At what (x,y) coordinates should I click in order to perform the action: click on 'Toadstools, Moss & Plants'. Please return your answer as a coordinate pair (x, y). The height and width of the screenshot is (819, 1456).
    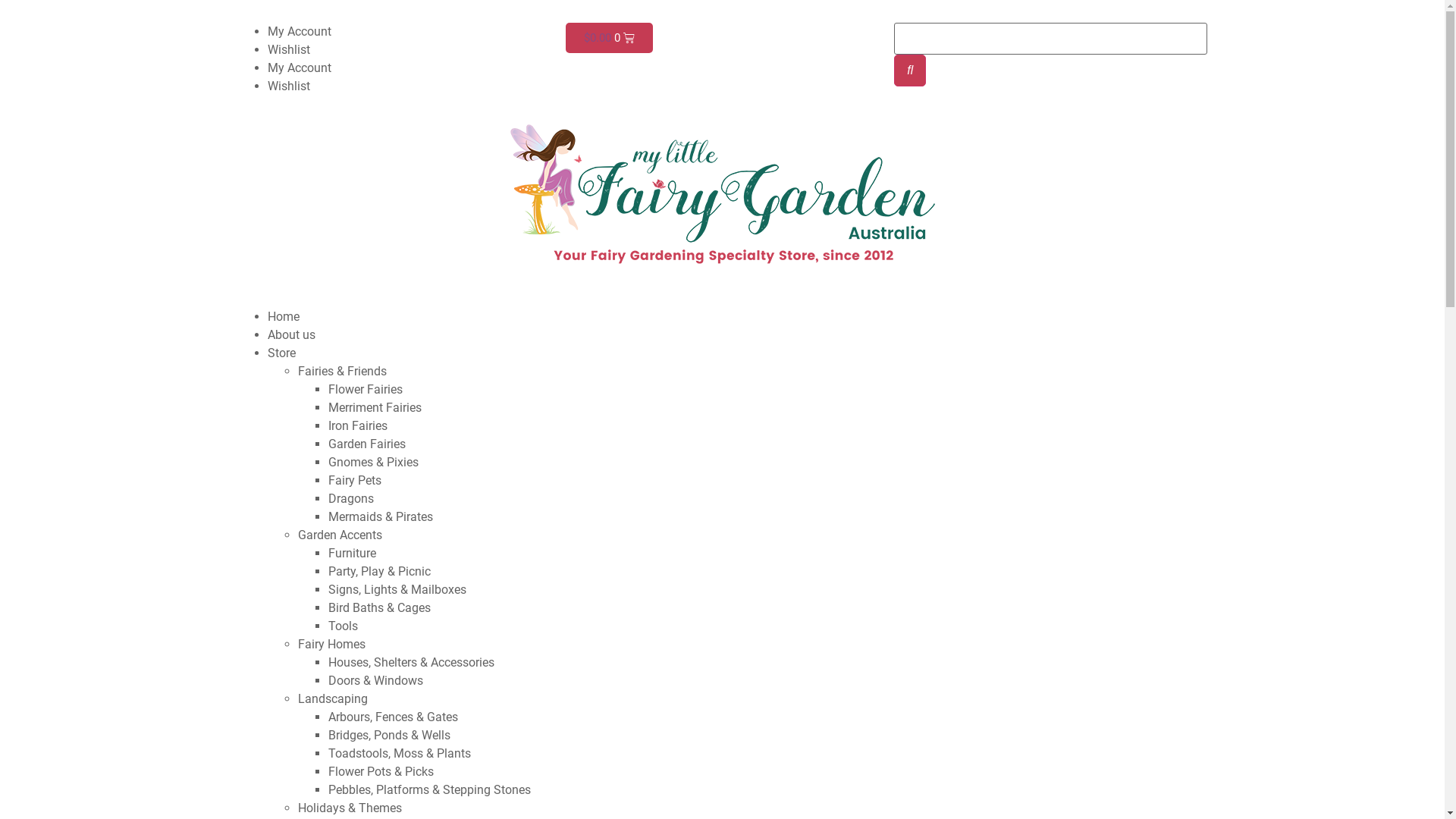
    Looking at the image, I should click on (399, 753).